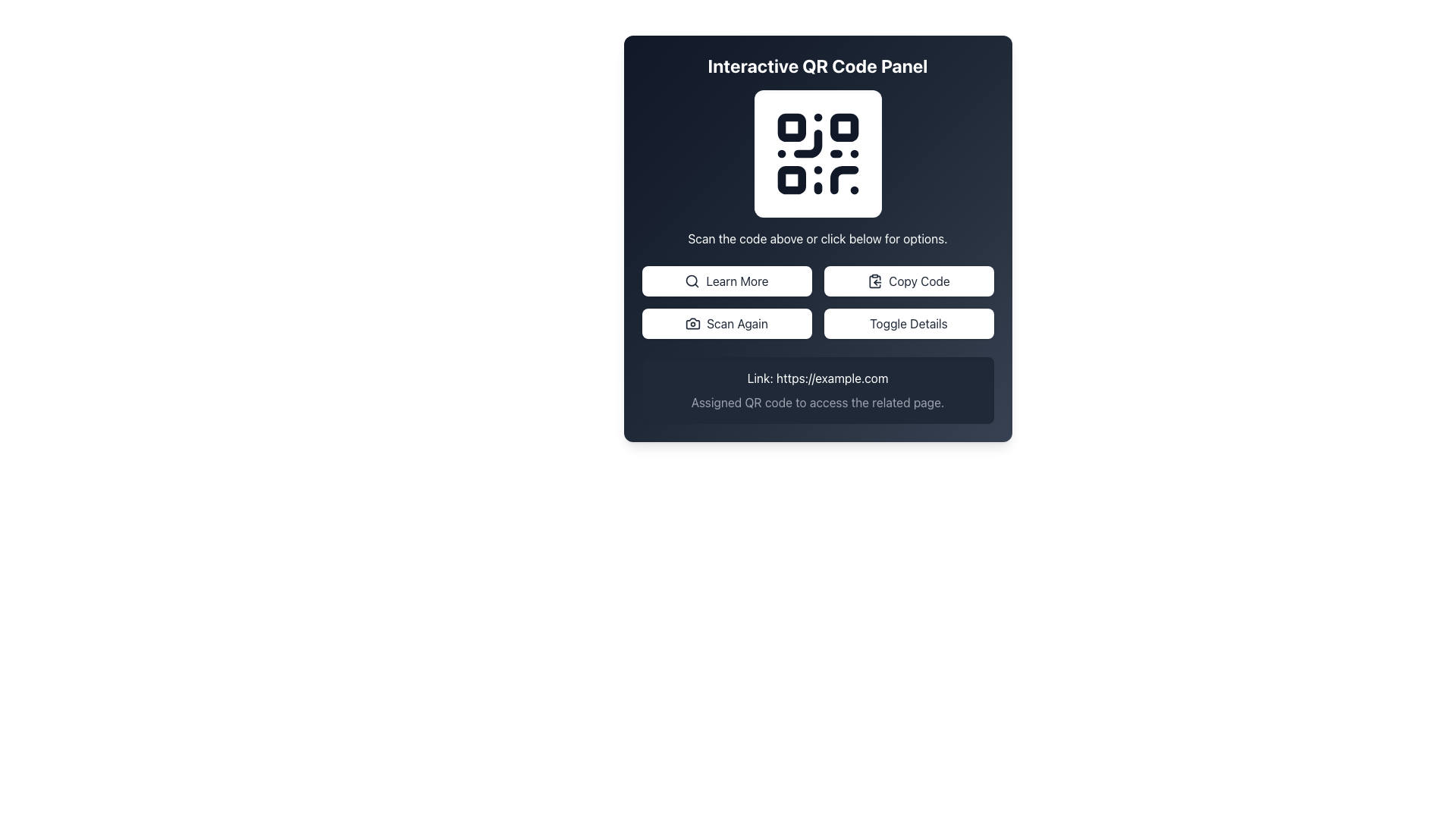 The image size is (1456, 819). Describe the element at coordinates (726, 281) in the screenshot. I see `the 'Learn More' button located in the first row and first column of the grid layout to activate hover effects` at that location.